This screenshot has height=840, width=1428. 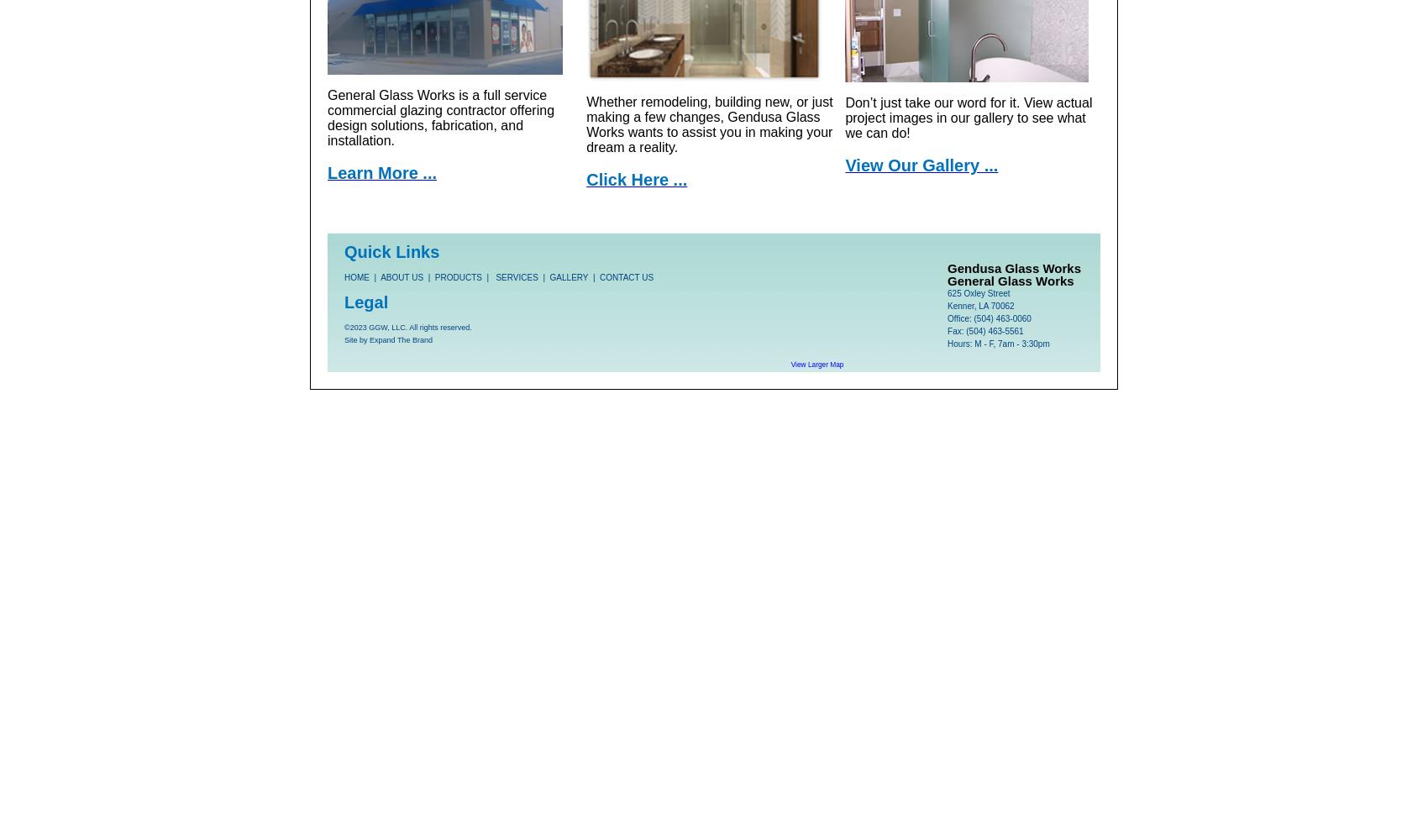 What do you see at coordinates (440, 117) in the screenshot?
I see `'General Glass Works is a full service commercial glazing contractor offering design solutions, fabrication, and installation.'` at bounding box center [440, 117].